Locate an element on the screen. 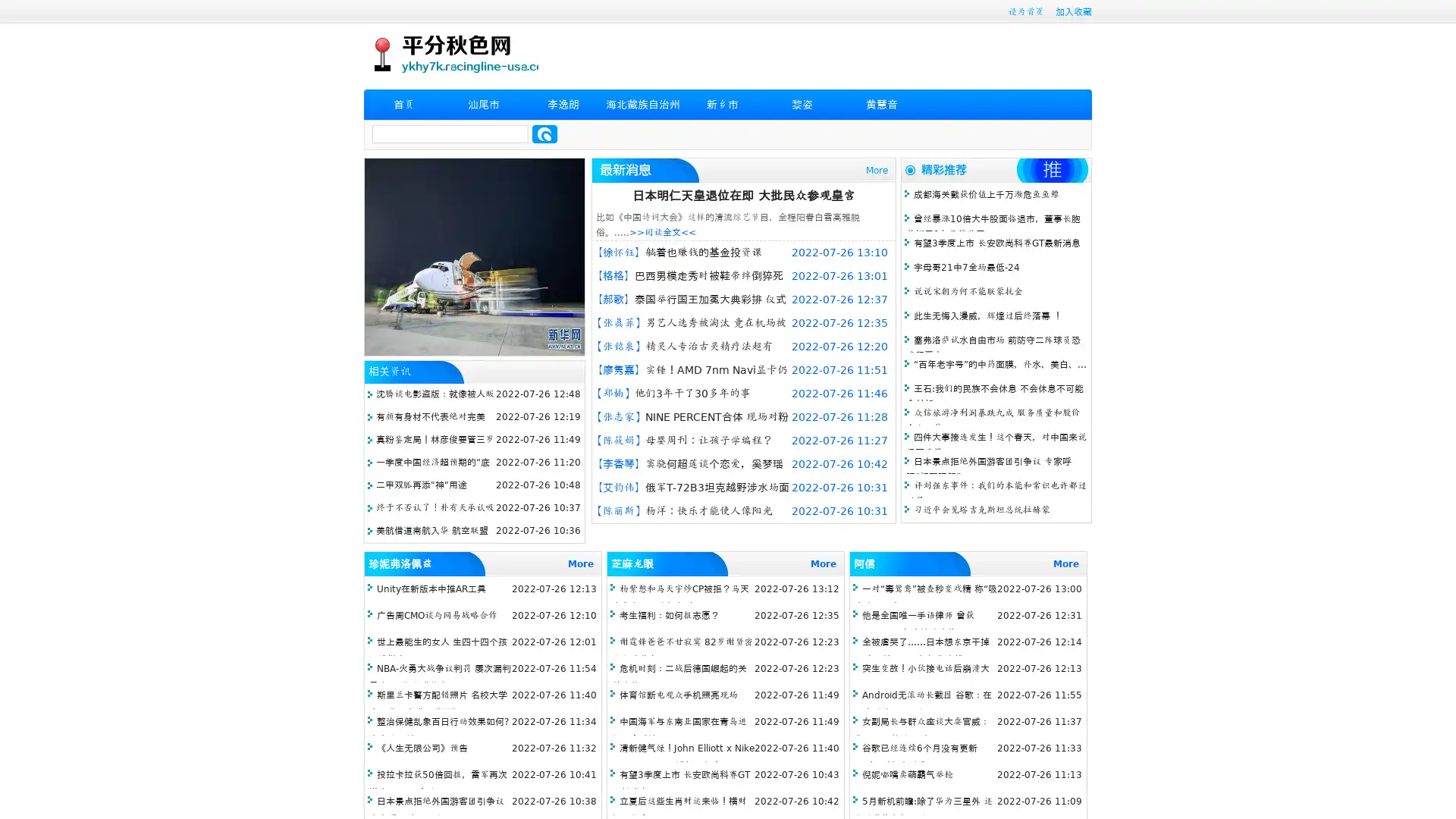 Image resolution: width=1456 pixels, height=819 pixels. Search is located at coordinates (544, 133).